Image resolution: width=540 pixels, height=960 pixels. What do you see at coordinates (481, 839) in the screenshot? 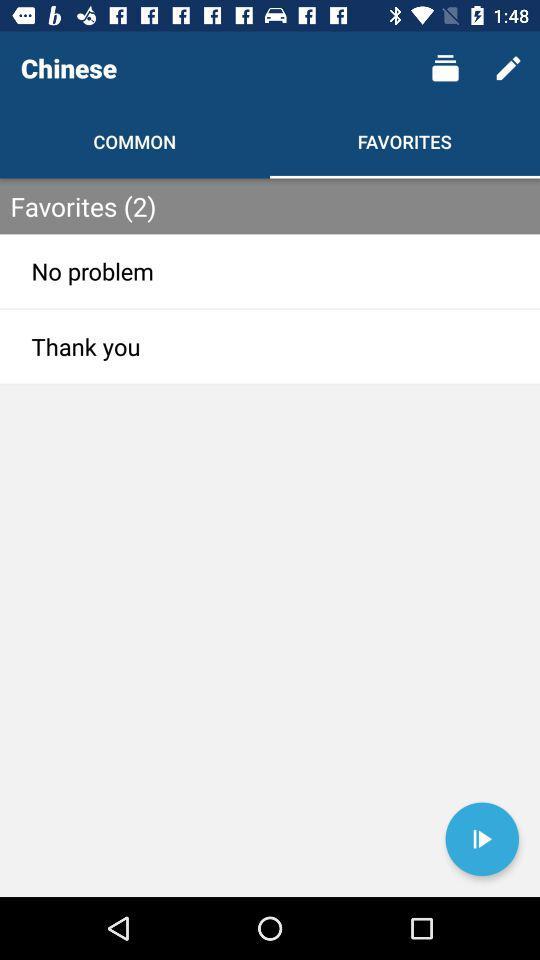
I see `play` at bounding box center [481, 839].